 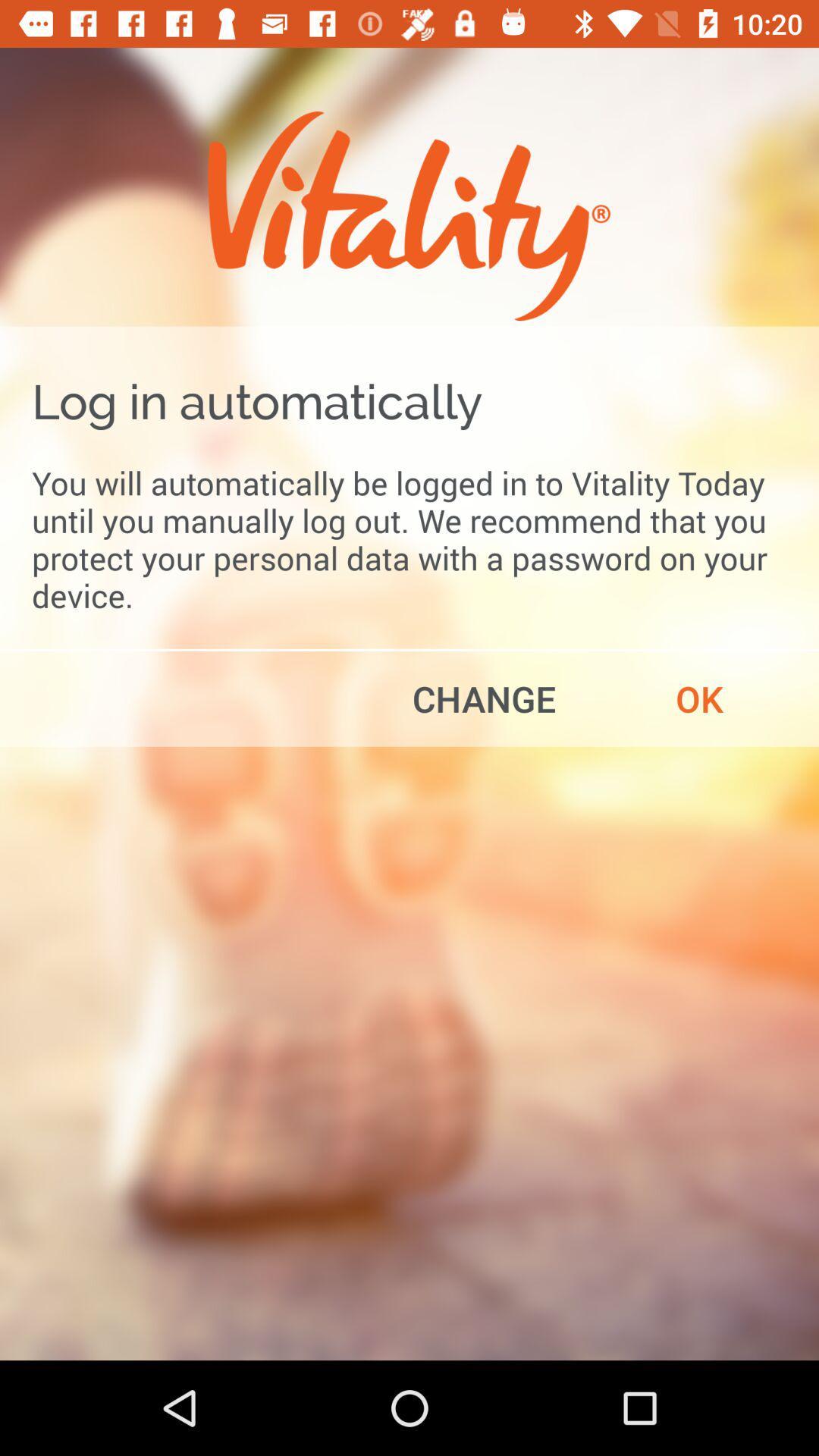 I want to click on the change icon, so click(x=484, y=698).